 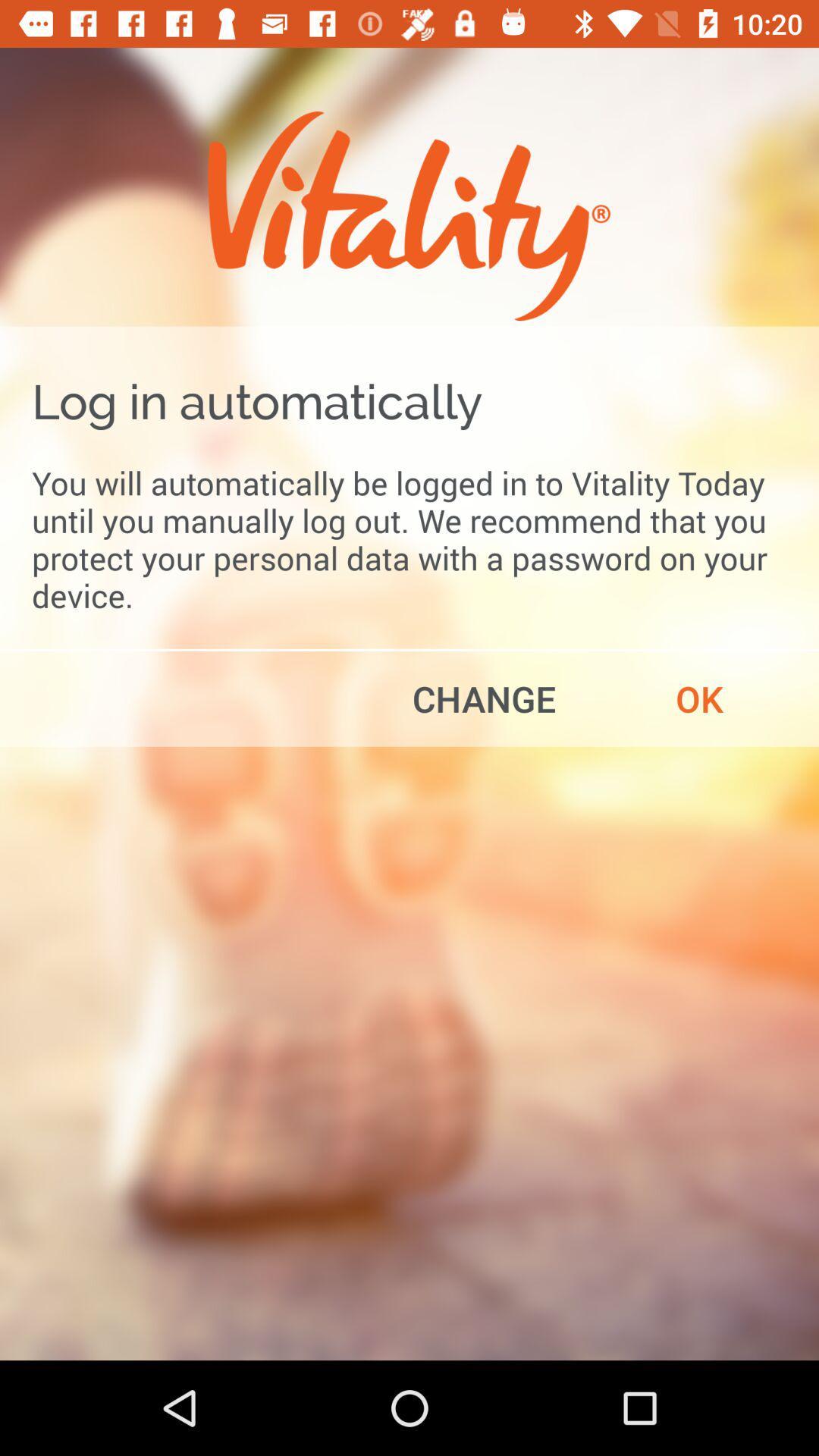 I want to click on the change icon, so click(x=484, y=698).